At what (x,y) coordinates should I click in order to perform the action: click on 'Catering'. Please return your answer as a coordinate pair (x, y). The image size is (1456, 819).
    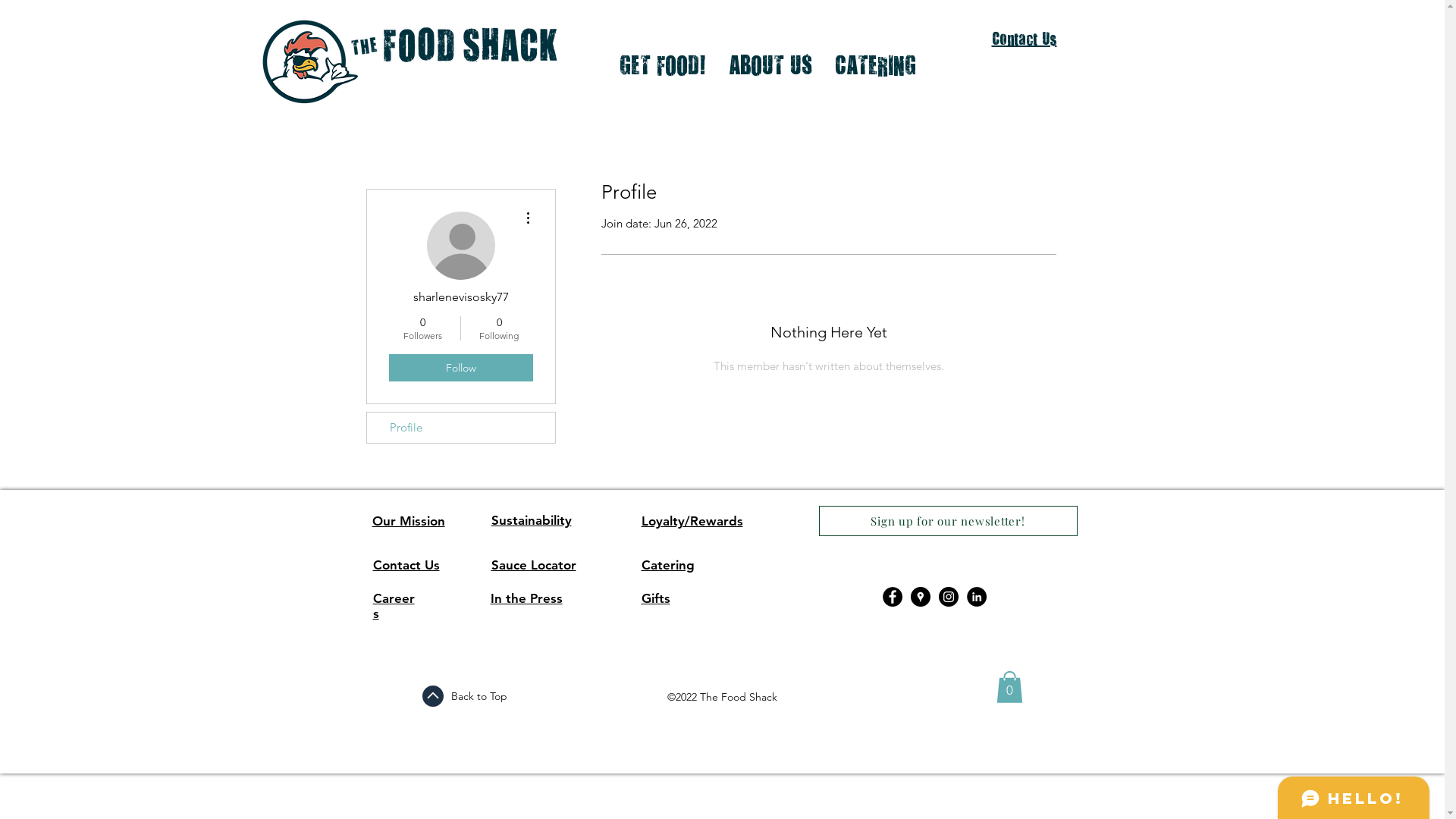
    Looking at the image, I should click on (641, 564).